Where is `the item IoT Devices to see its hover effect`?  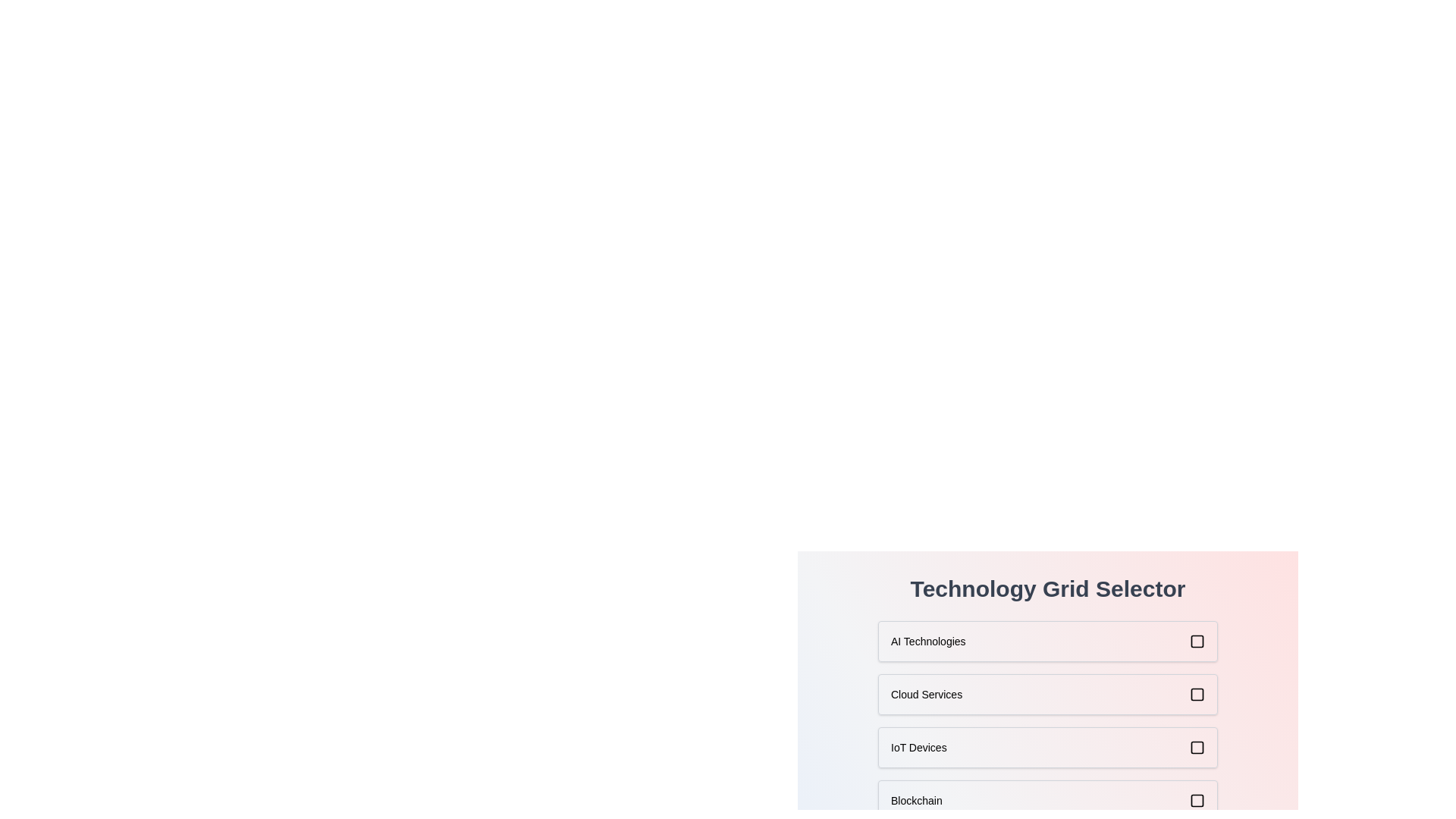
the item IoT Devices to see its hover effect is located at coordinates (1047, 747).